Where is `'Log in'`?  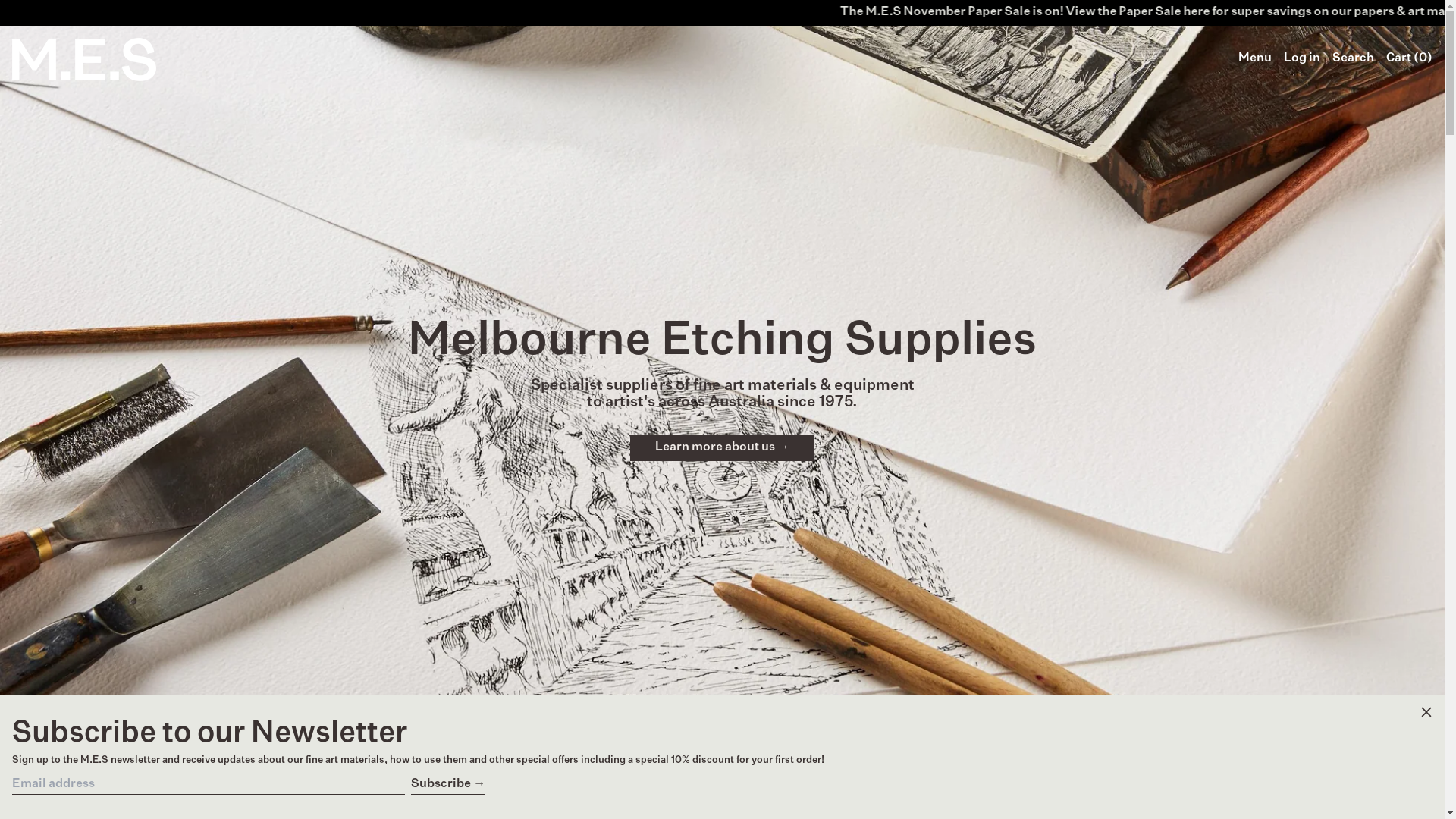
'Log in' is located at coordinates (1301, 58).